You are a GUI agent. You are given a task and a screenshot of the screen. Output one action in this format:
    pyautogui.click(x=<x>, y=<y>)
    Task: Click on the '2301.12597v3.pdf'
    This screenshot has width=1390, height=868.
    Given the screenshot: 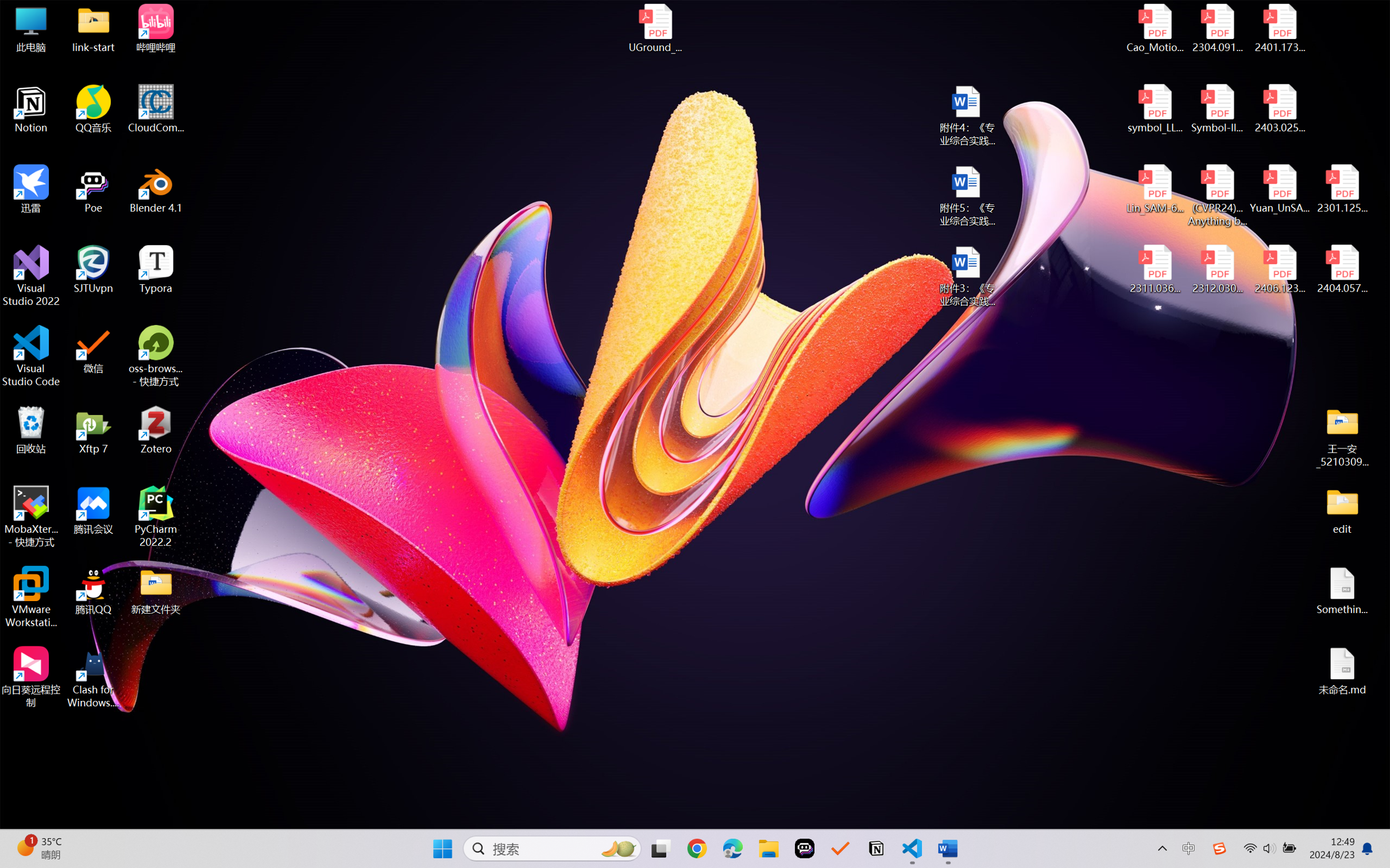 What is the action you would take?
    pyautogui.click(x=1341, y=188)
    